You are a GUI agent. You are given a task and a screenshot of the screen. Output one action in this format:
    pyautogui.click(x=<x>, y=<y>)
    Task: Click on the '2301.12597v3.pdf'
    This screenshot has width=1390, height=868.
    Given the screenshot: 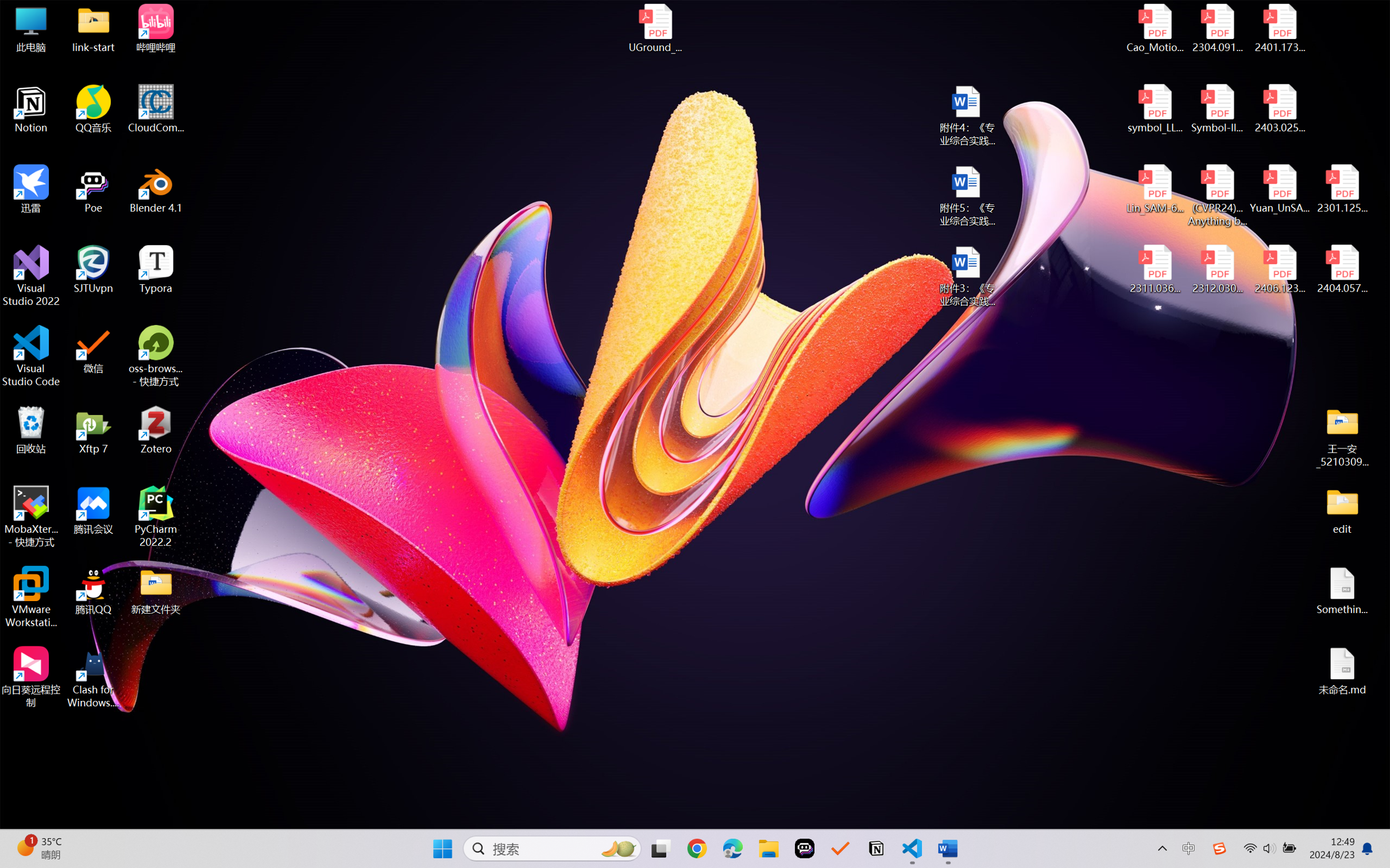 What is the action you would take?
    pyautogui.click(x=1341, y=188)
    